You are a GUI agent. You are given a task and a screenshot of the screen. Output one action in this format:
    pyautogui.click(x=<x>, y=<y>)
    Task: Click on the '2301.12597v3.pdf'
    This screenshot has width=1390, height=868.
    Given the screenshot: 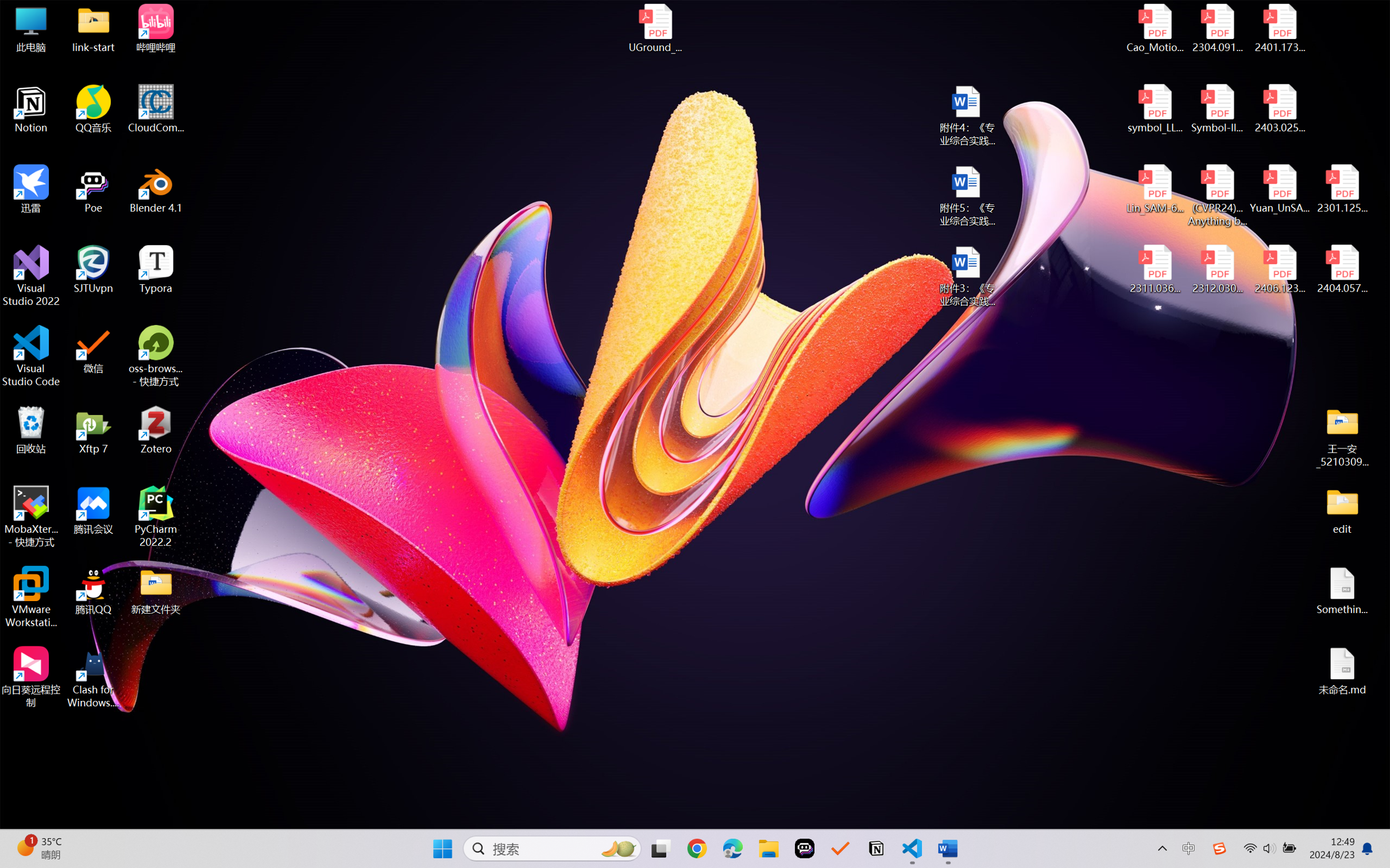 What is the action you would take?
    pyautogui.click(x=1341, y=188)
    